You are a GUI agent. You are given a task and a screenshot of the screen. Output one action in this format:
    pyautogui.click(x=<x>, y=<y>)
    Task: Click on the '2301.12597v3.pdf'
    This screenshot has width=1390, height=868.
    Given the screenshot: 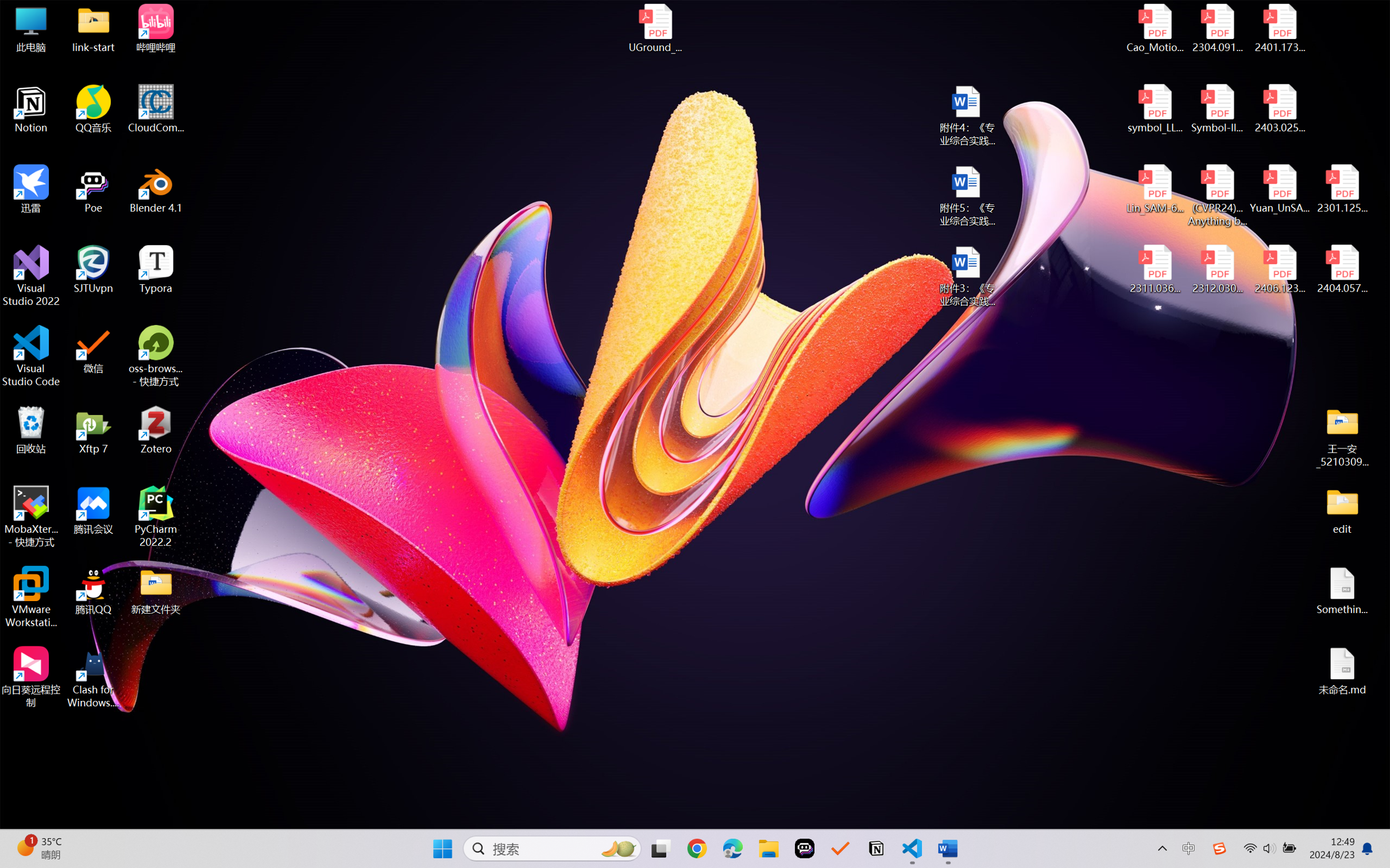 What is the action you would take?
    pyautogui.click(x=1341, y=188)
    